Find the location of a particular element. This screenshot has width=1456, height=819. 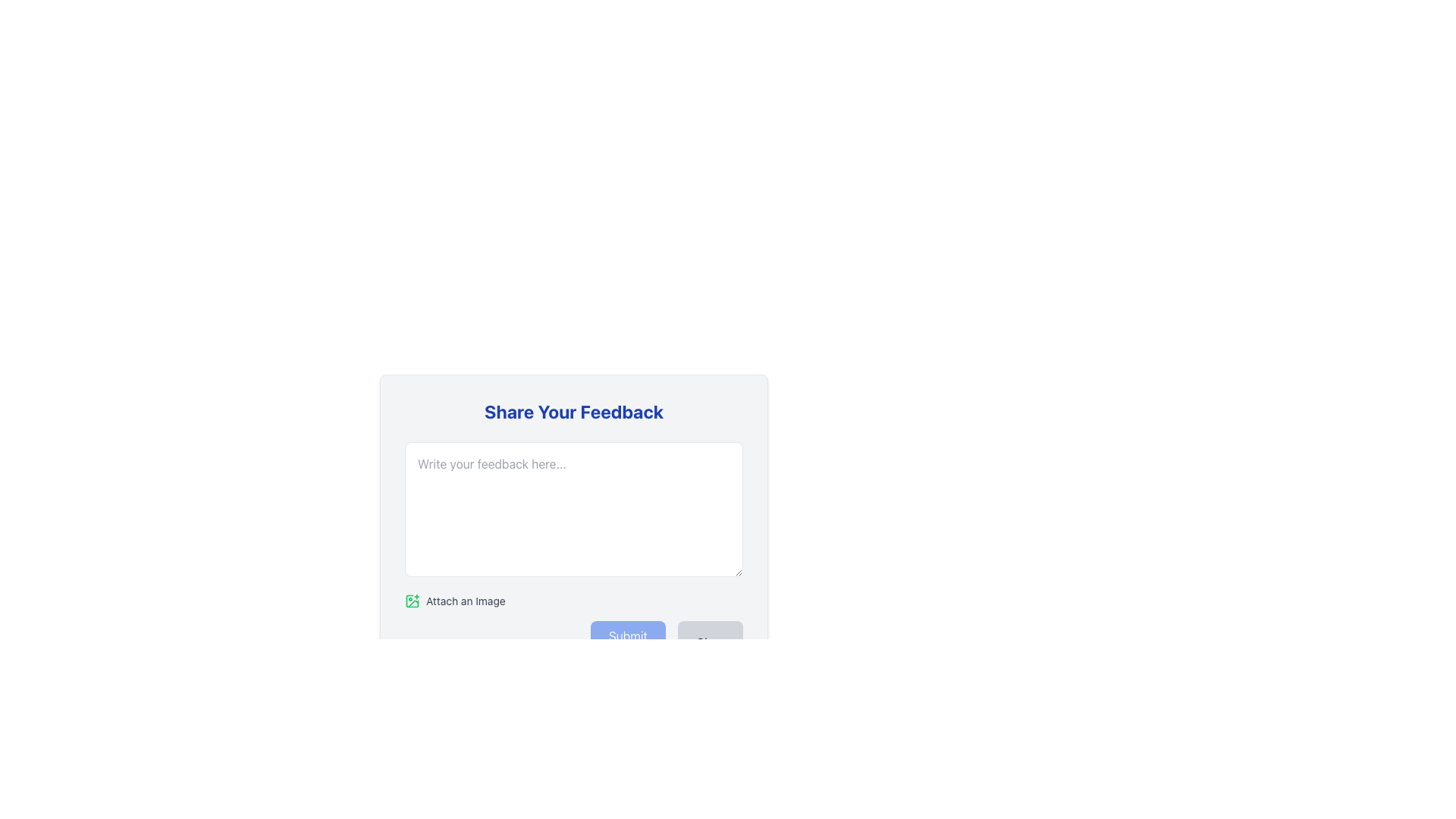

the submit feedback button located at the bottom-right section of the user feedback form is located at coordinates (628, 643).